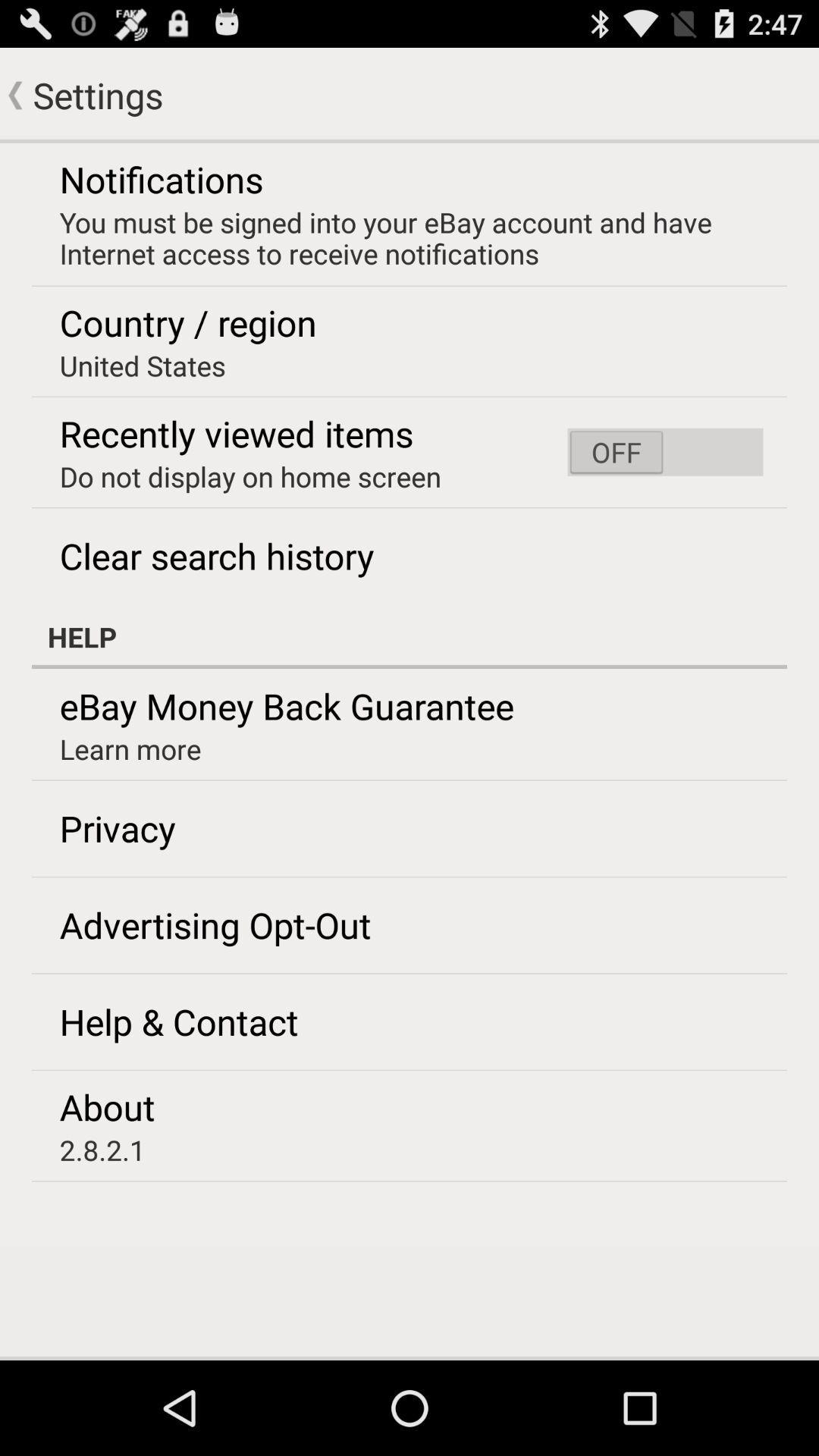 This screenshot has height=1456, width=819. I want to click on the united states app, so click(143, 366).